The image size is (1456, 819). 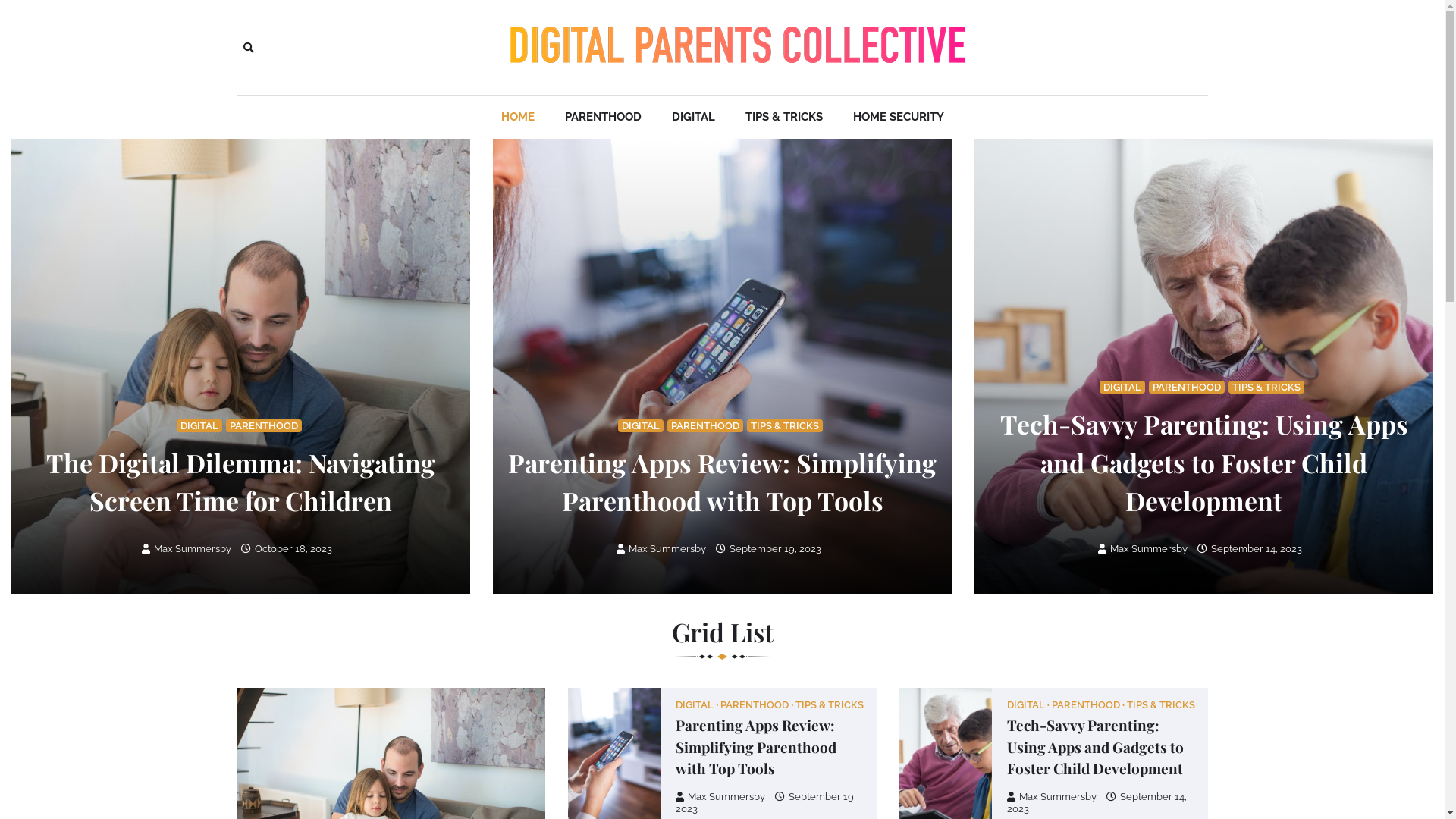 I want to click on 'HOME SECURITY', so click(x=898, y=116).